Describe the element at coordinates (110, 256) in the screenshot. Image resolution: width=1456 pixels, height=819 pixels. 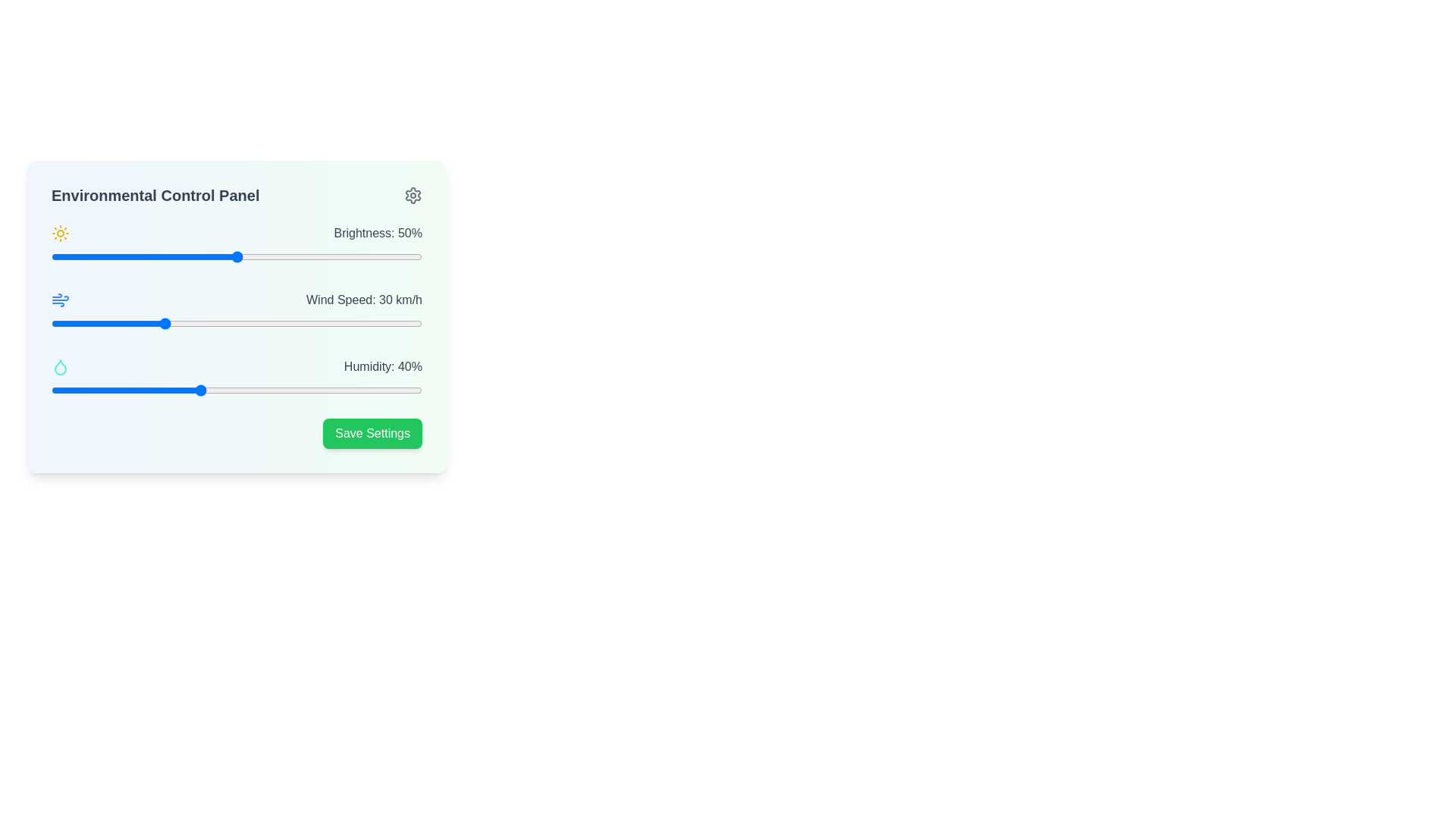
I see `the slider value` at that location.